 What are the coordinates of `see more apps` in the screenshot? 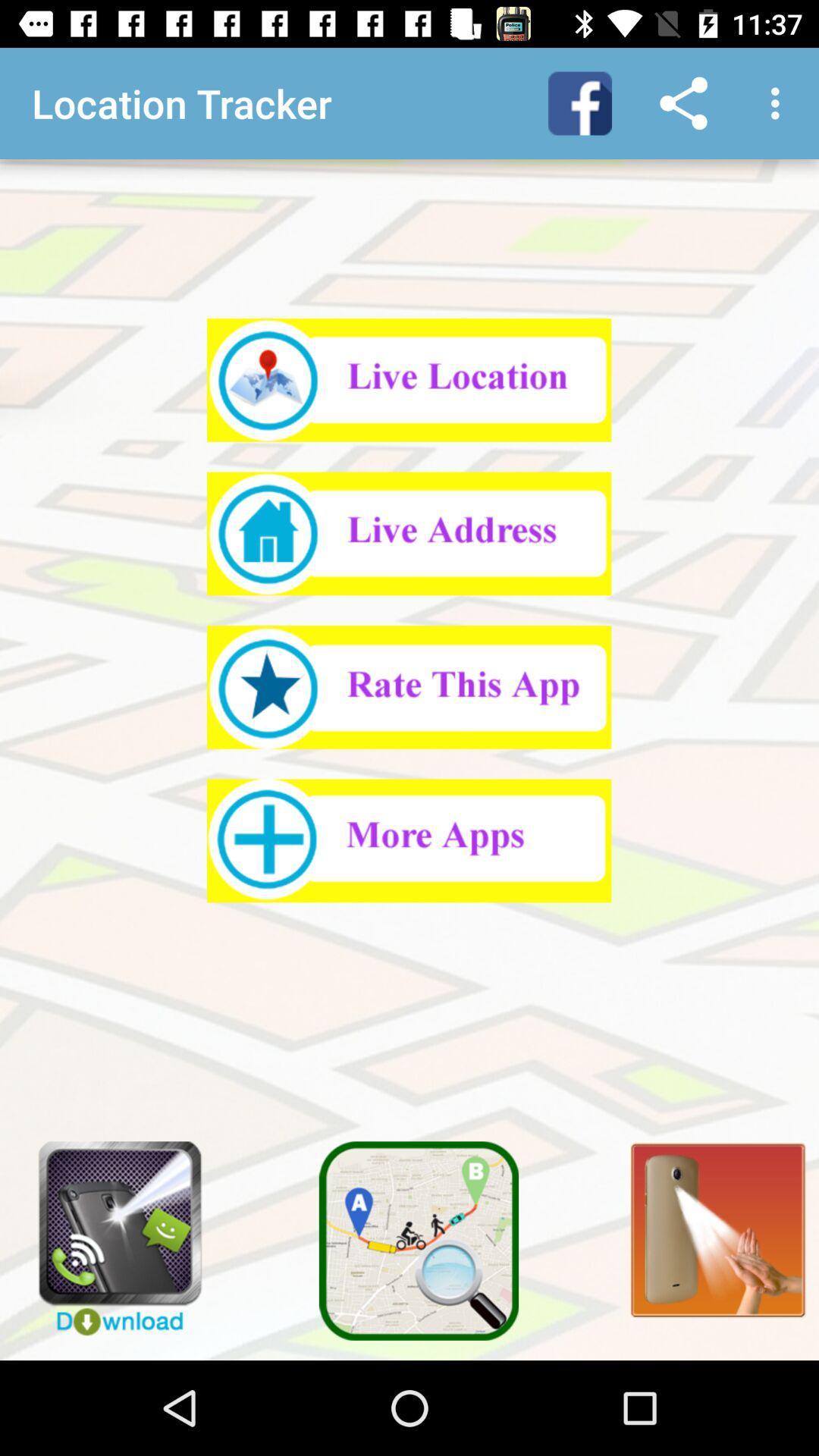 It's located at (408, 839).